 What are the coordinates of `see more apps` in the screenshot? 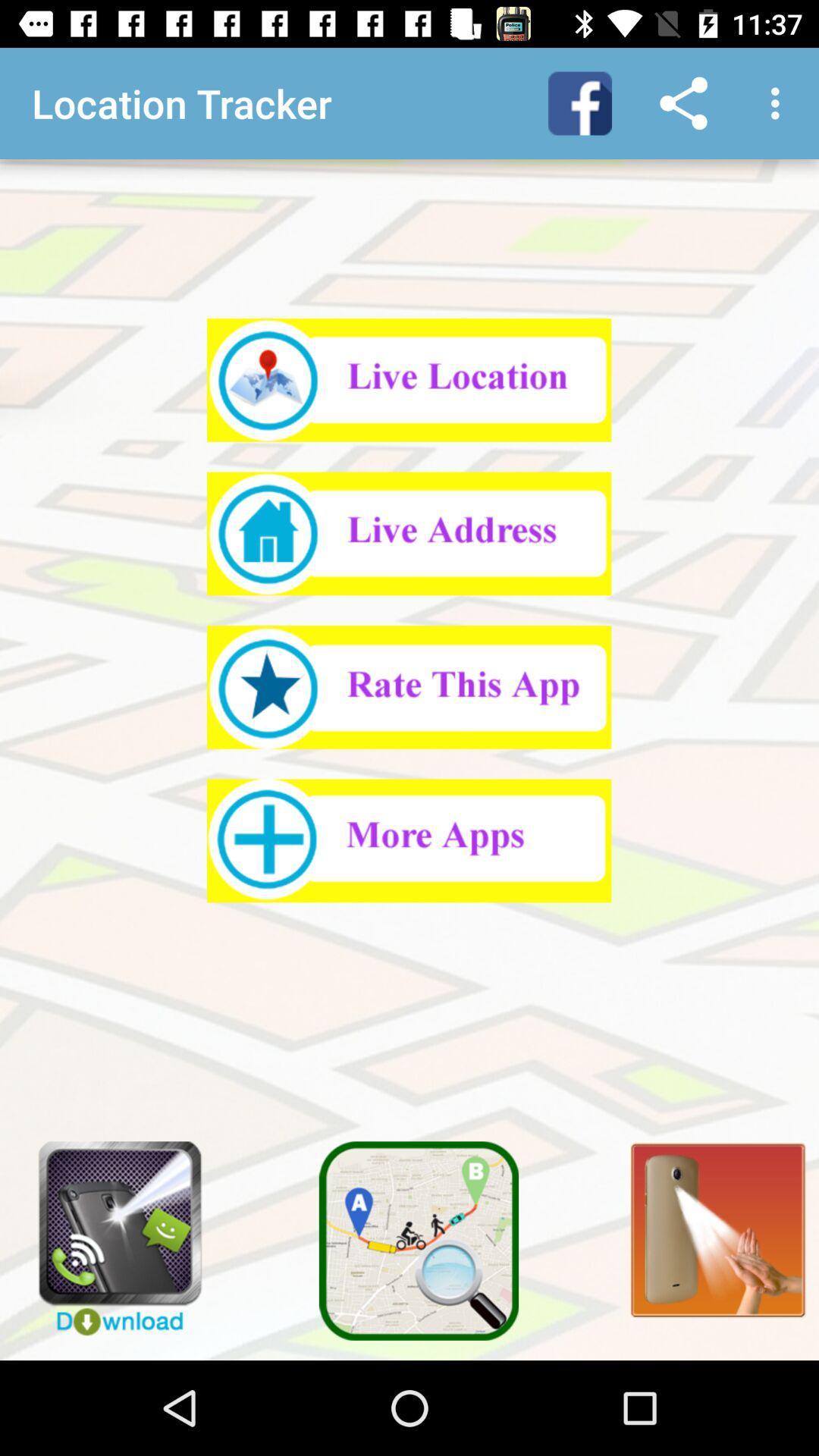 It's located at (408, 839).